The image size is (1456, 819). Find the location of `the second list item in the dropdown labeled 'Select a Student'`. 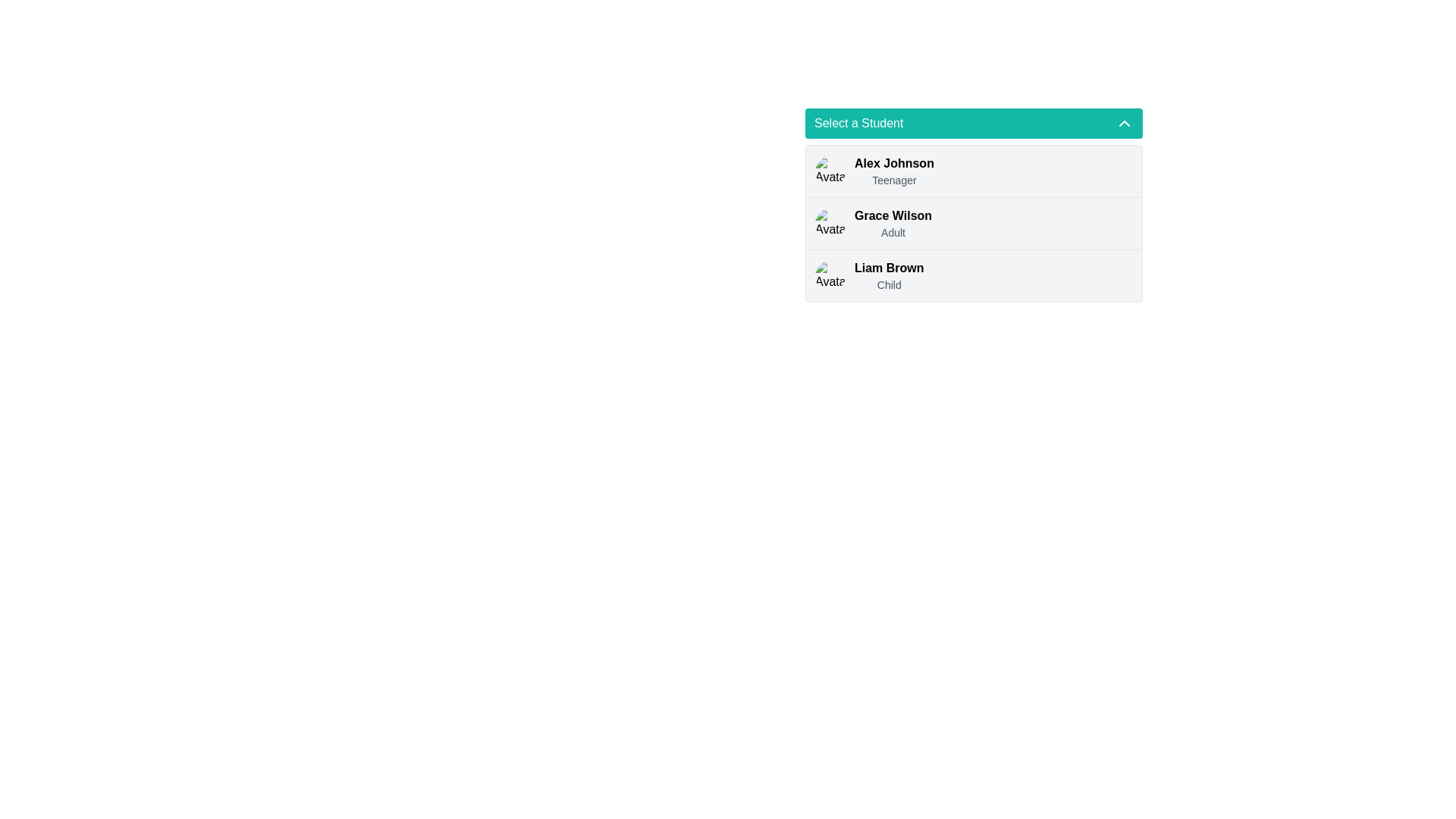

the second list item in the dropdown labeled 'Select a Student' is located at coordinates (974, 223).